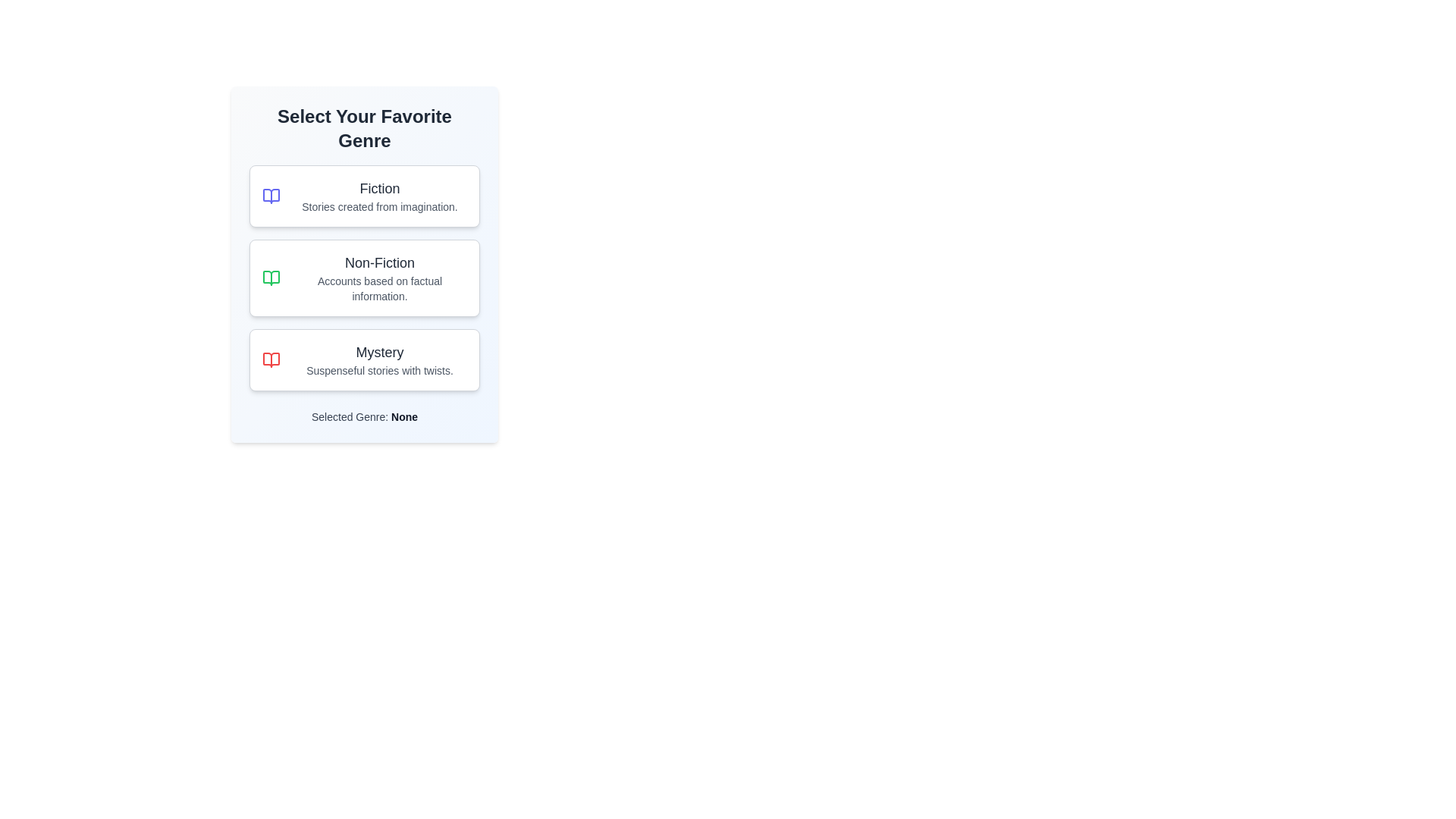 This screenshot has height=819, width=1456. Describe the element at coordinates (379, 359) in the screenshot. I see `description of the 'Mystery' category text display component located in the third selectable option of the vertical list, positioned beneath 'Non-Fiction'` at that location.